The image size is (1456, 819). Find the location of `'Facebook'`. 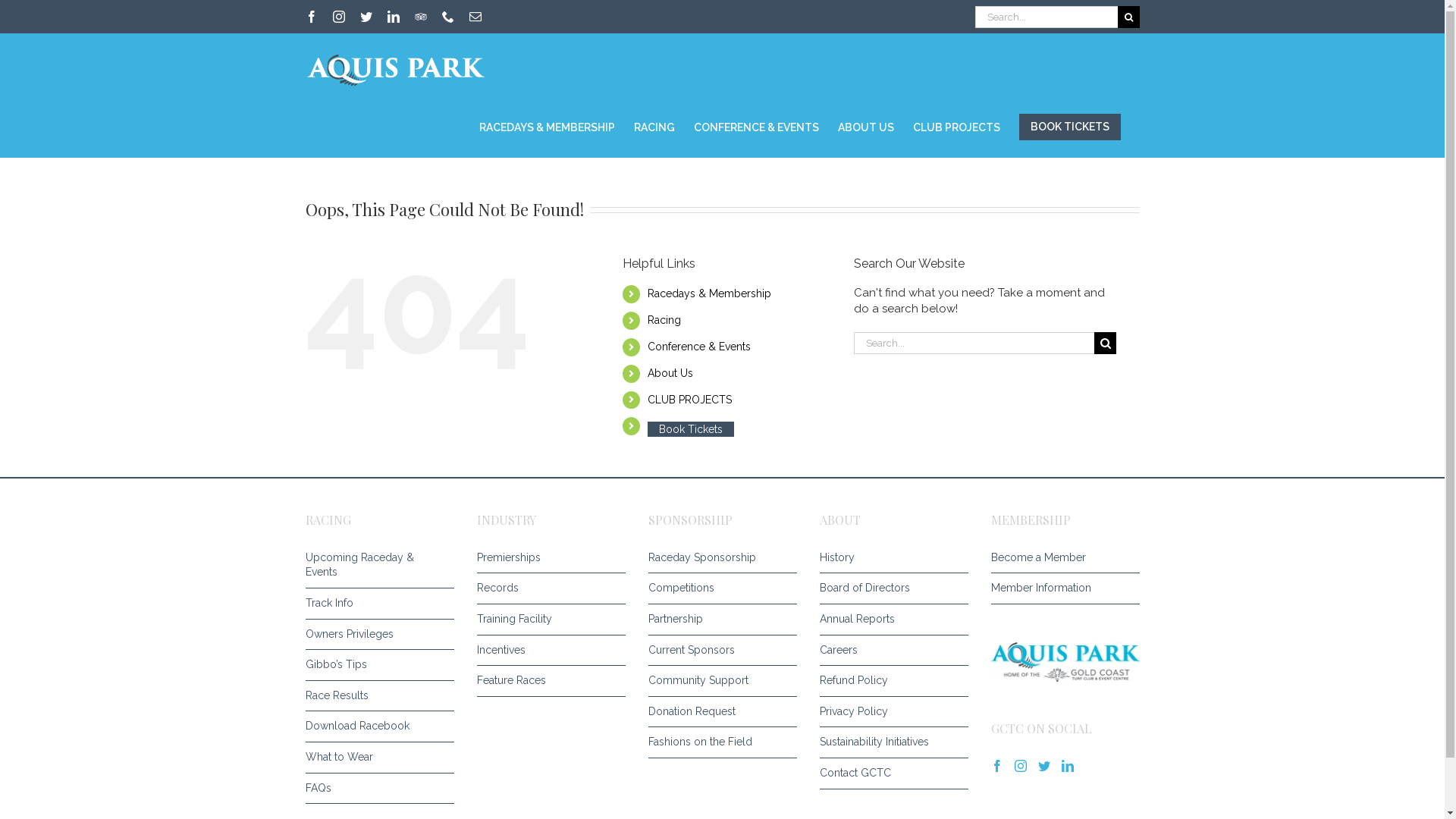

'Facebook' is located at coordinates (304, 17).